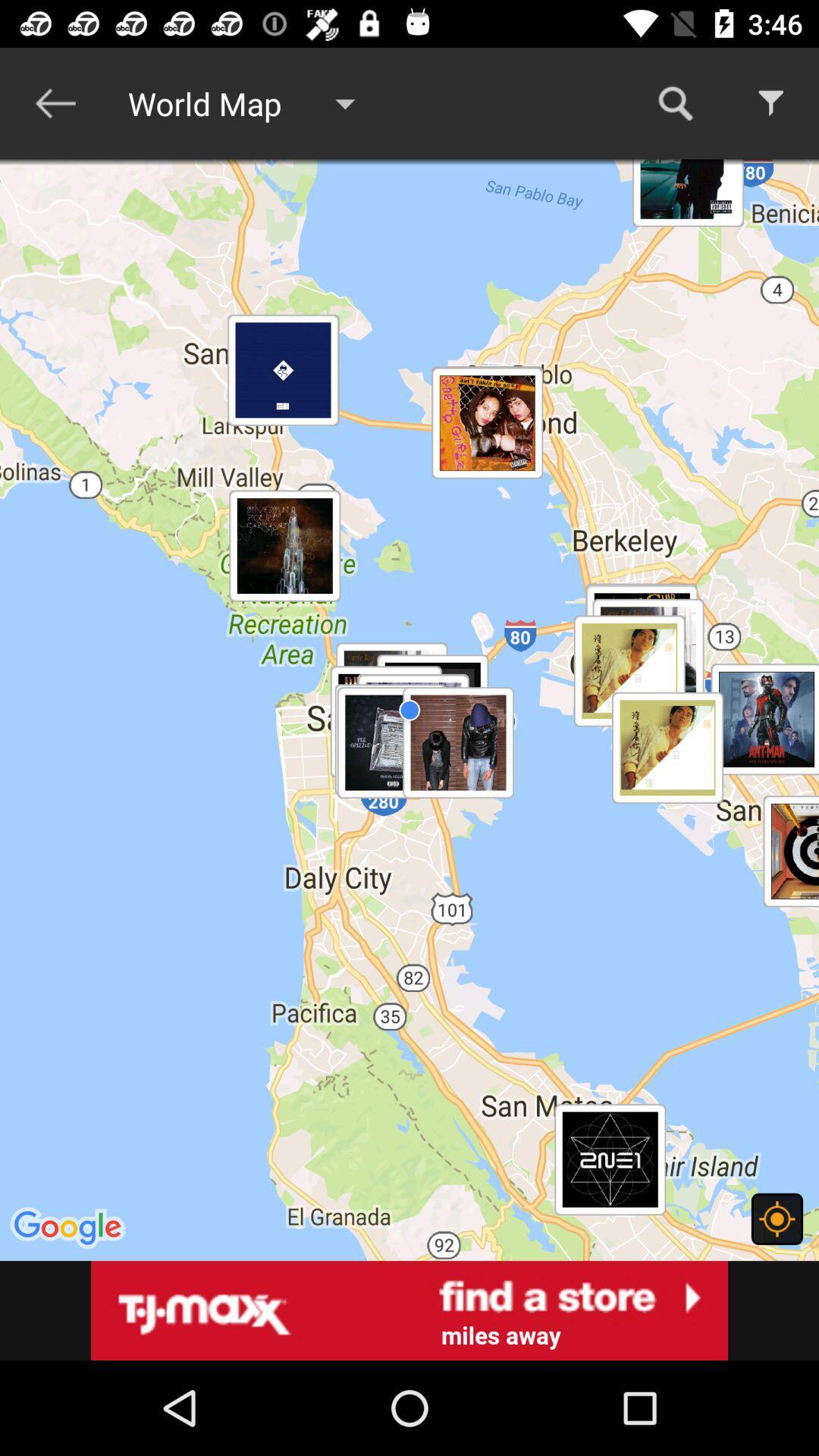  I want to click on the icon next to the world map icon, so click(55, 102).